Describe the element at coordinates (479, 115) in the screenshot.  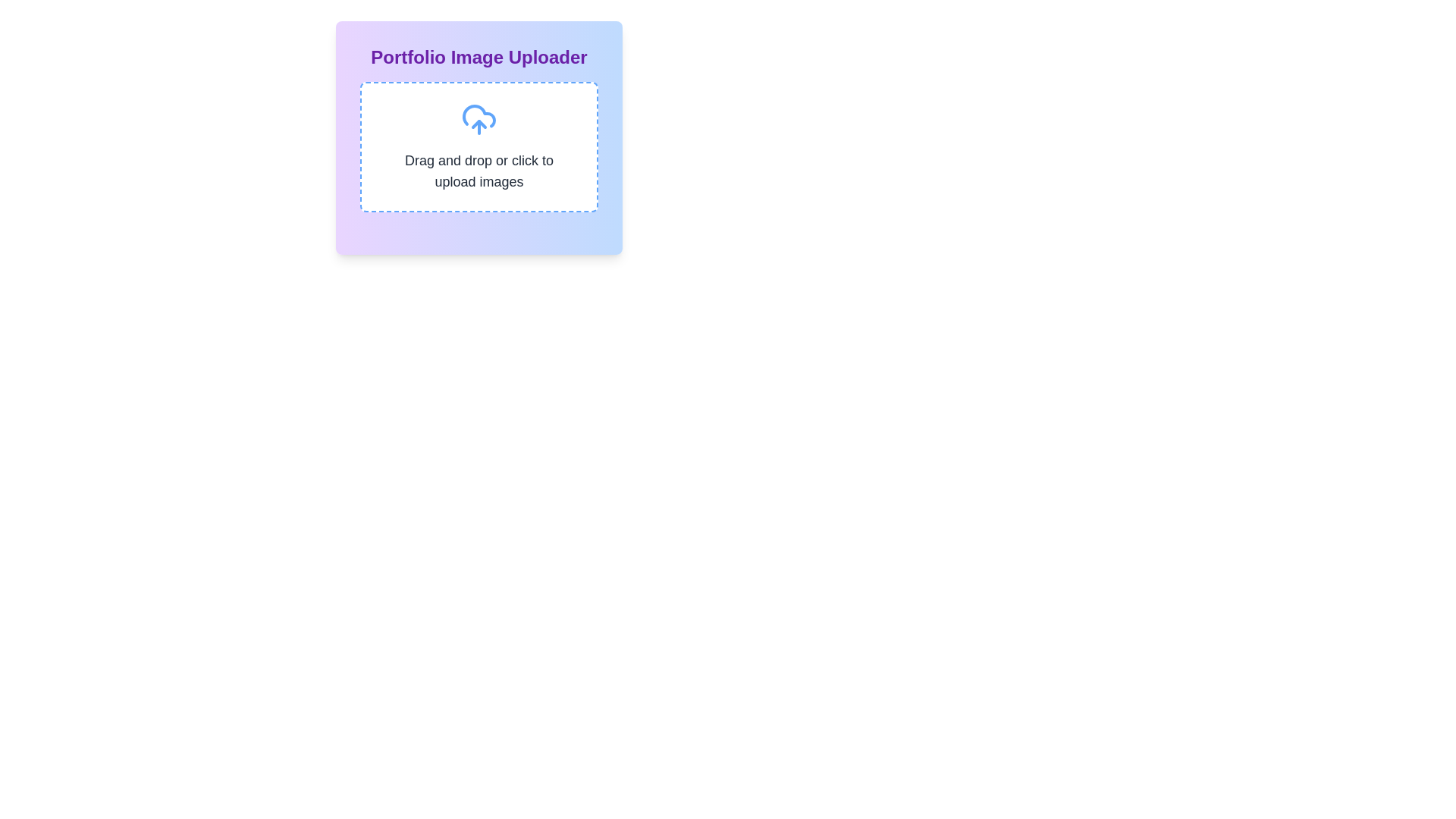
I see `the uppermost line segment of the light blue cloud outline in the SVG illustration representing upload functionality, located within the 'Portfolio Image Uploader' widget` at that location.